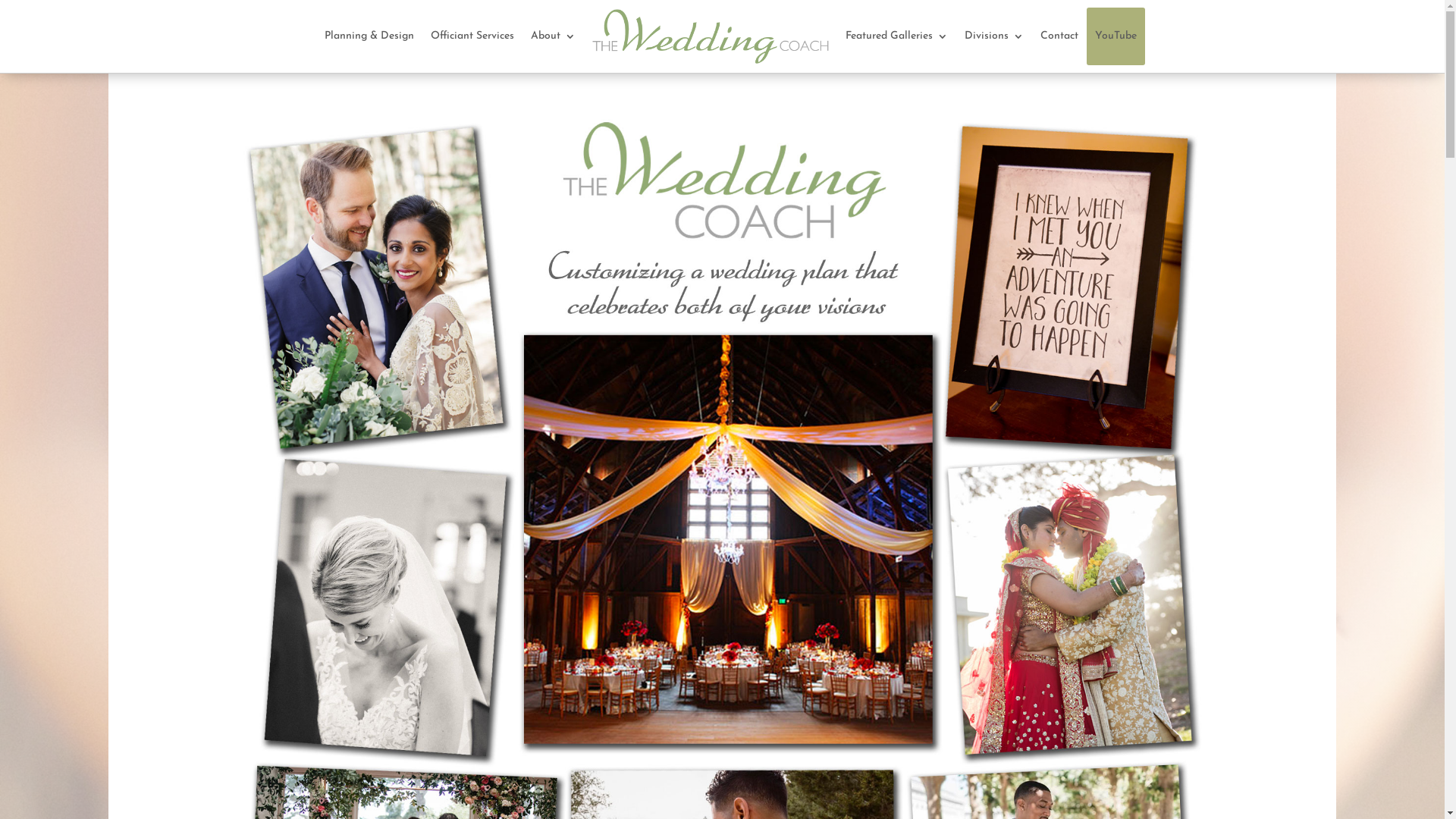 Image resolution: width=1456 pixels, height=819 pixels. Describe the element at coordinates (552, 35) in the screenshot. I see `'About'` at that location.